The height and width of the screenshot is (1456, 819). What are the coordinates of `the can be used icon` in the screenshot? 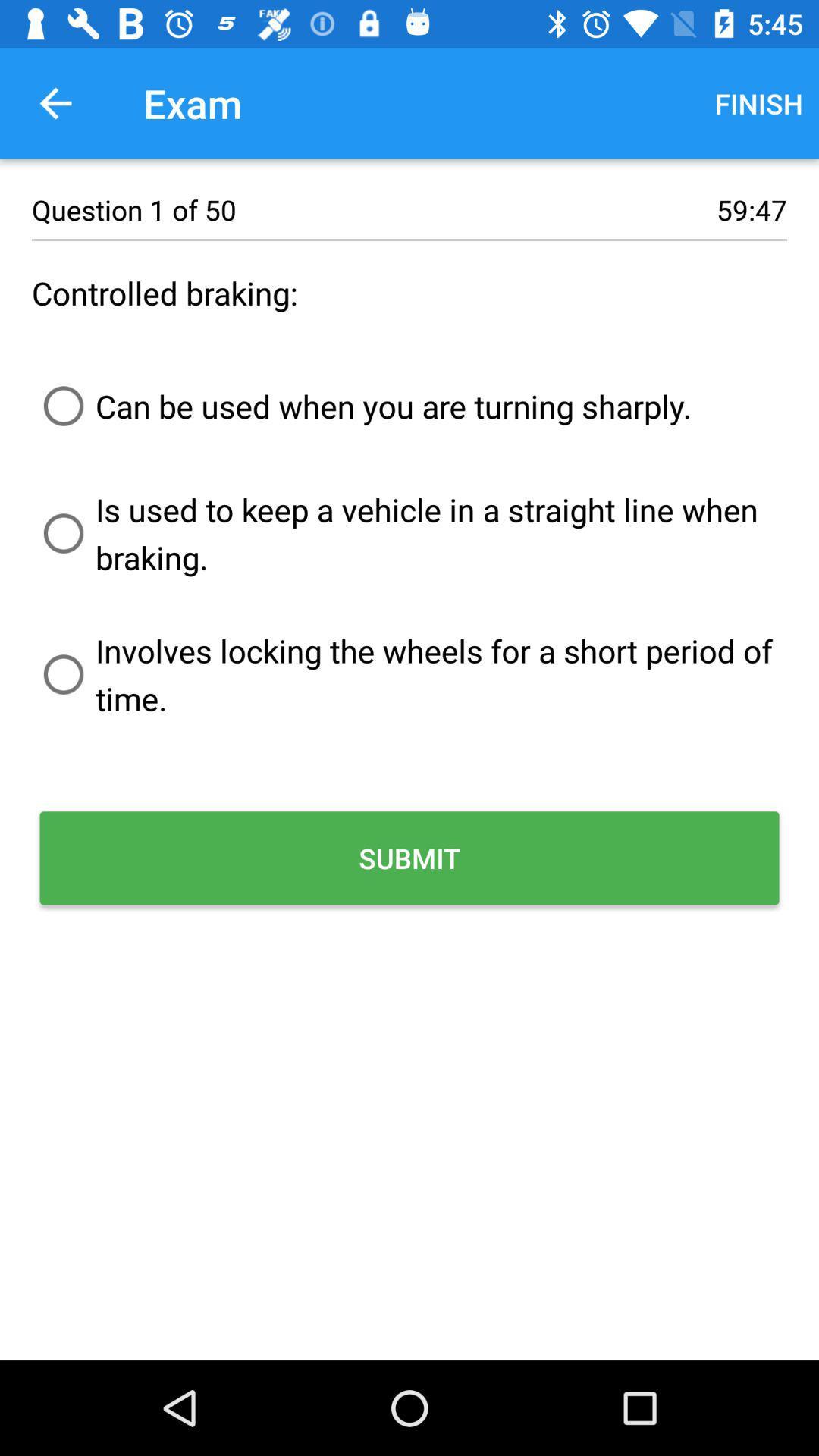 It's located at (362, 406).